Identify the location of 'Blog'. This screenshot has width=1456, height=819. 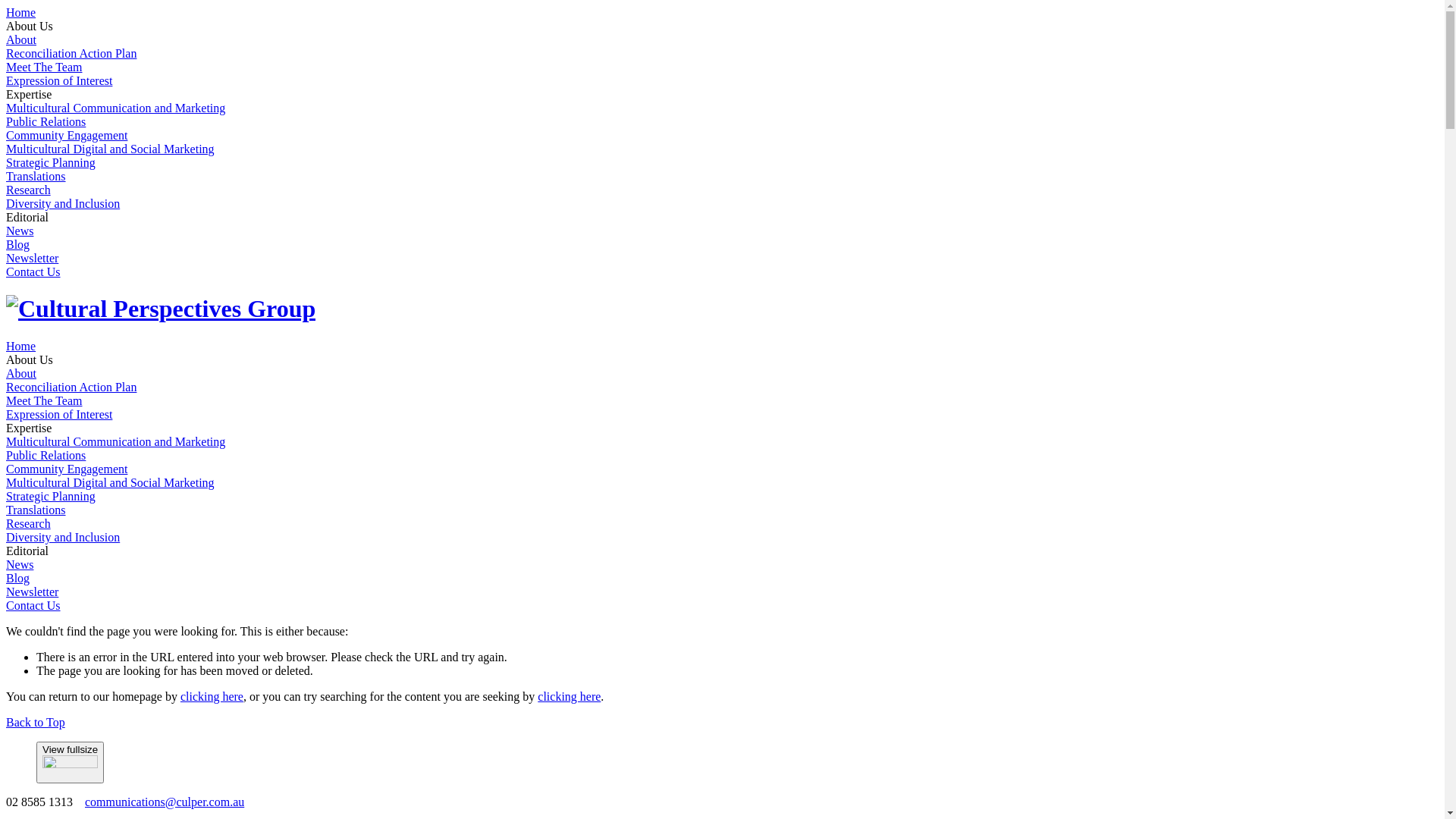
(17, 578).